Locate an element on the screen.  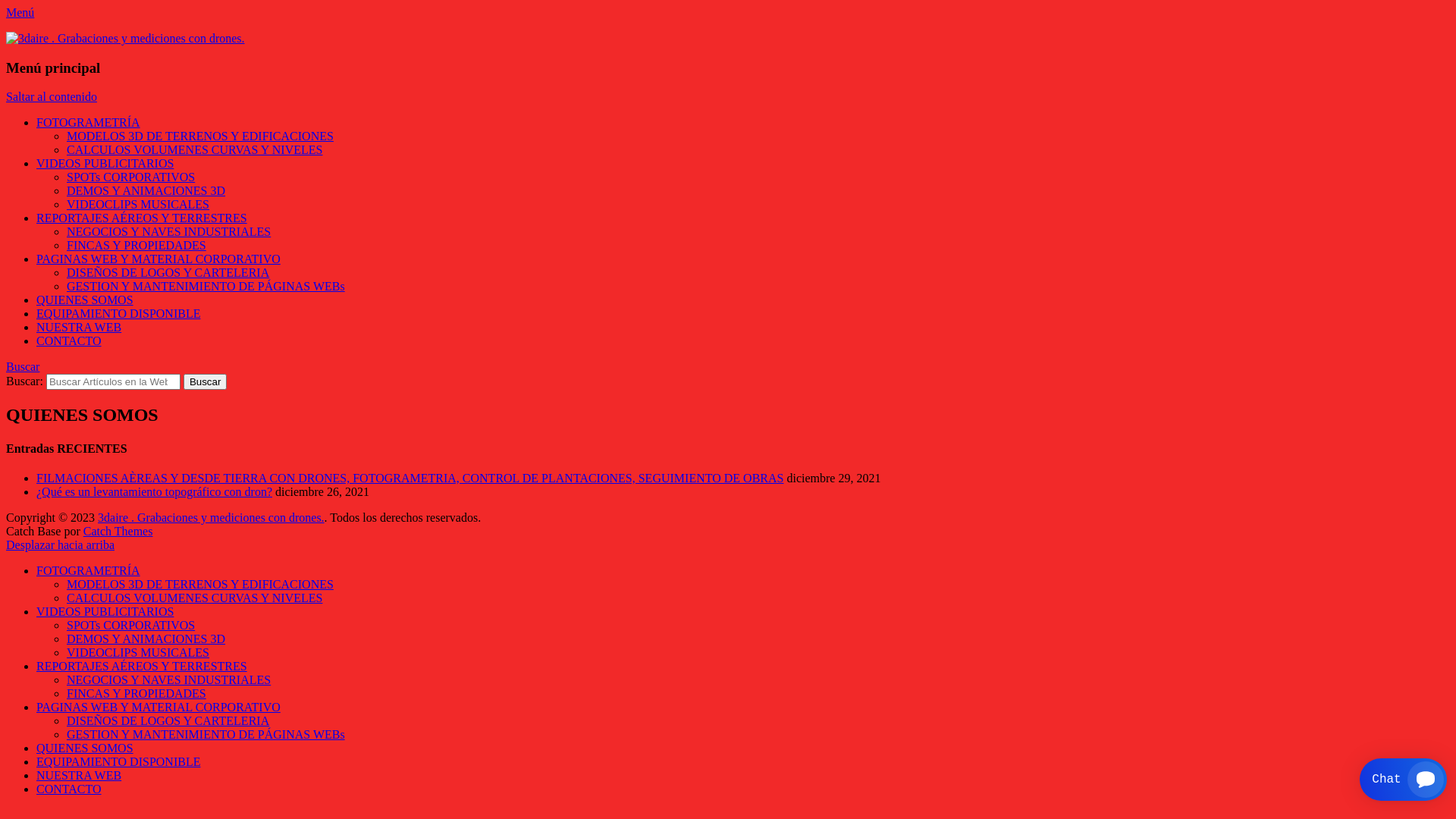
'DEMOS Y ANIMACIONES 3D' is located at coordinates (146, 639).